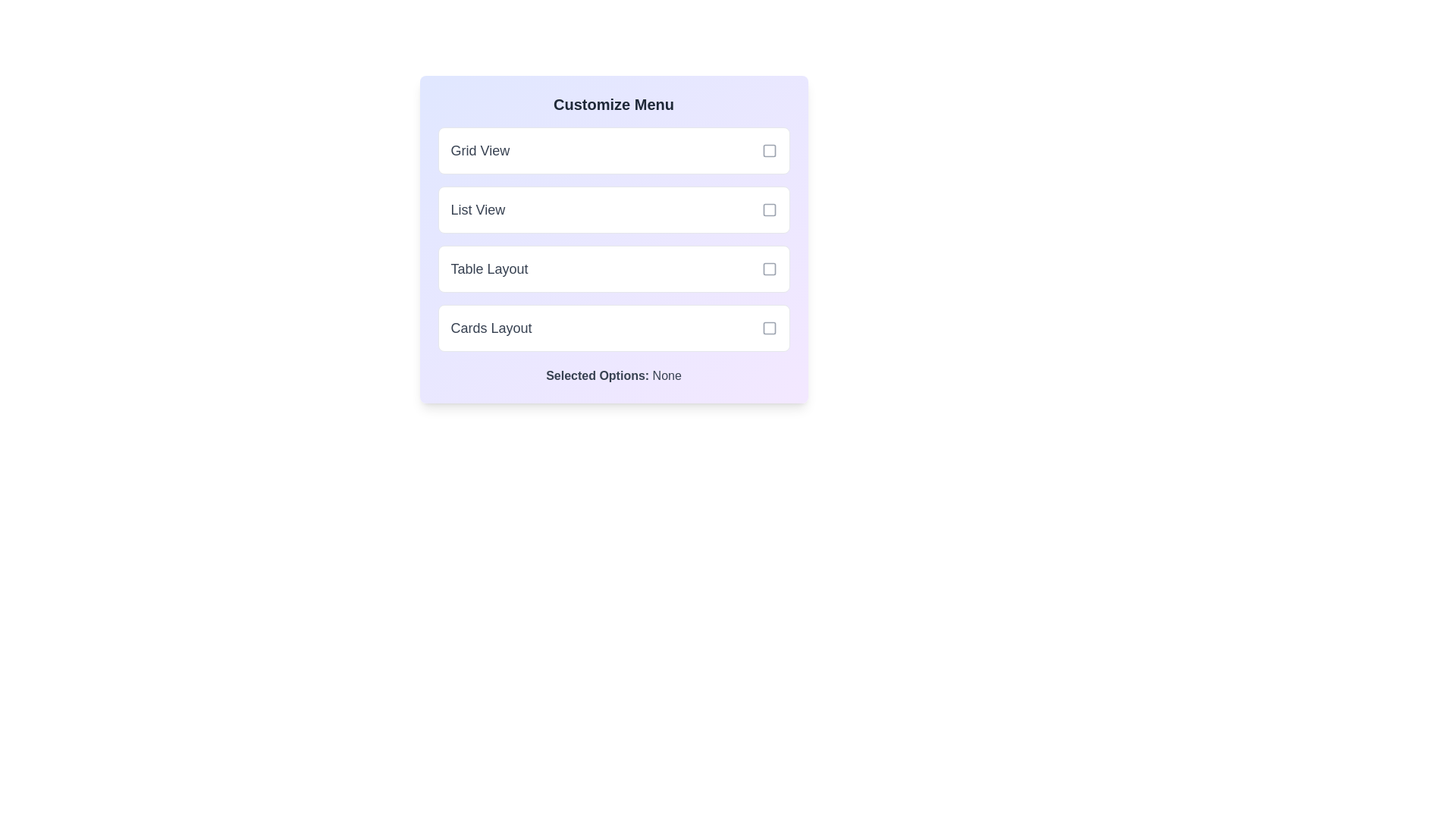 The width and height of the screenshot is (1456, 819). Describe the element at coordinates (613, 268) in the screenshot. I see `the unselected checkbox labeled 'Table Layout'` at that location.